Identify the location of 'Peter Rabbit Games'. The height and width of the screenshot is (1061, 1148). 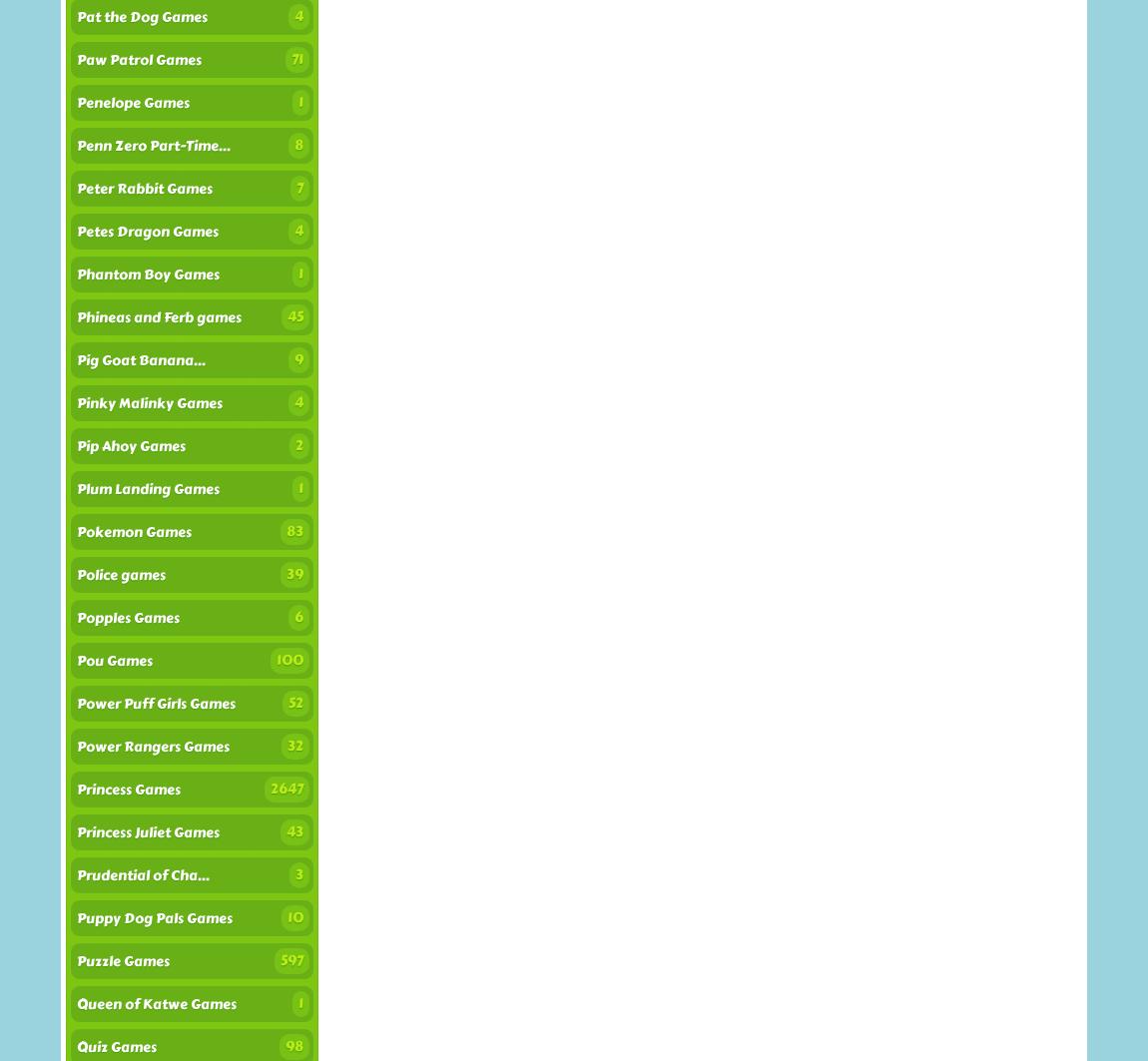
(144, 189).